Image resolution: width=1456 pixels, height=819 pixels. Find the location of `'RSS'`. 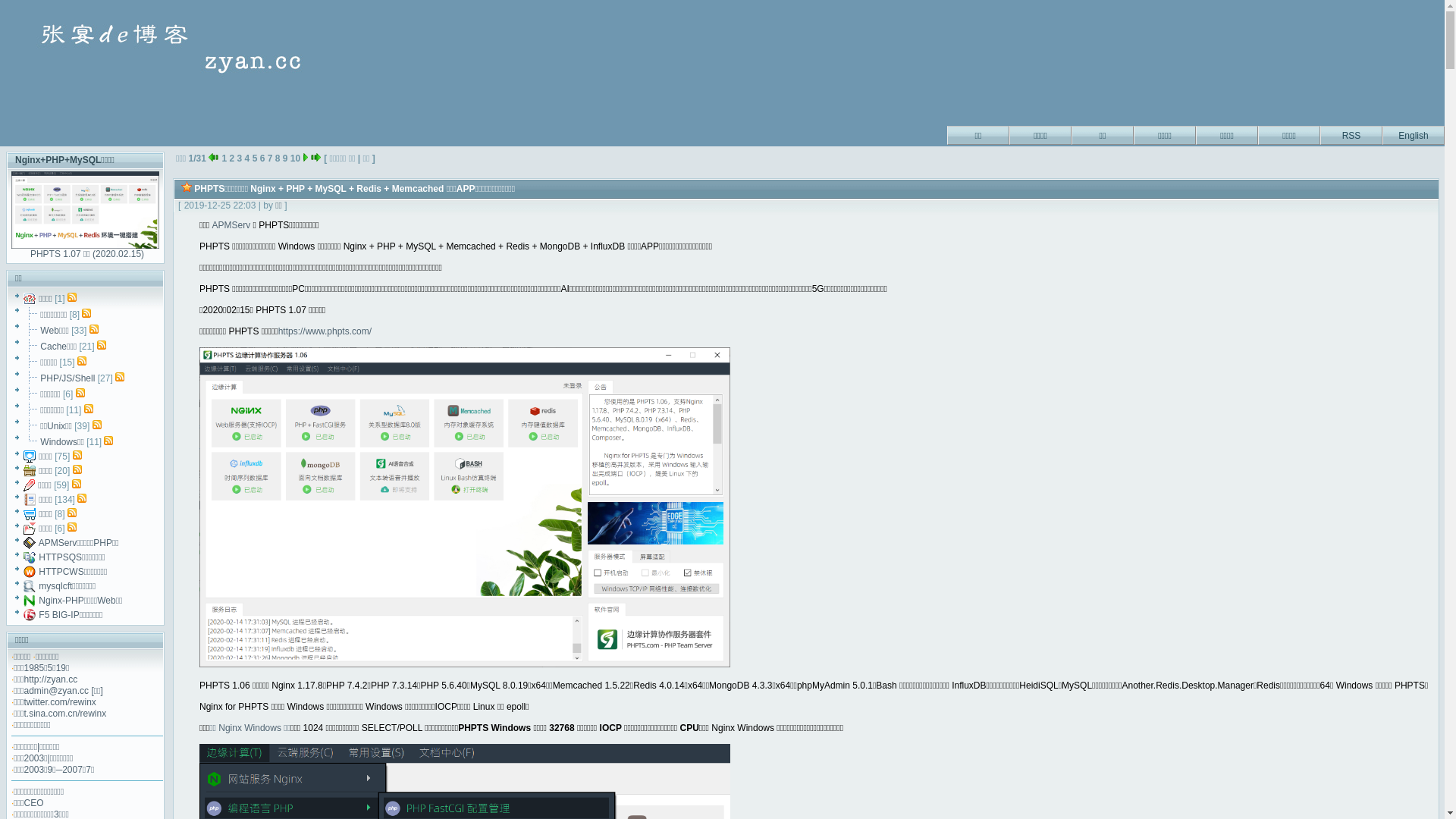

'RSS' is located at coordinates (1351, 133).